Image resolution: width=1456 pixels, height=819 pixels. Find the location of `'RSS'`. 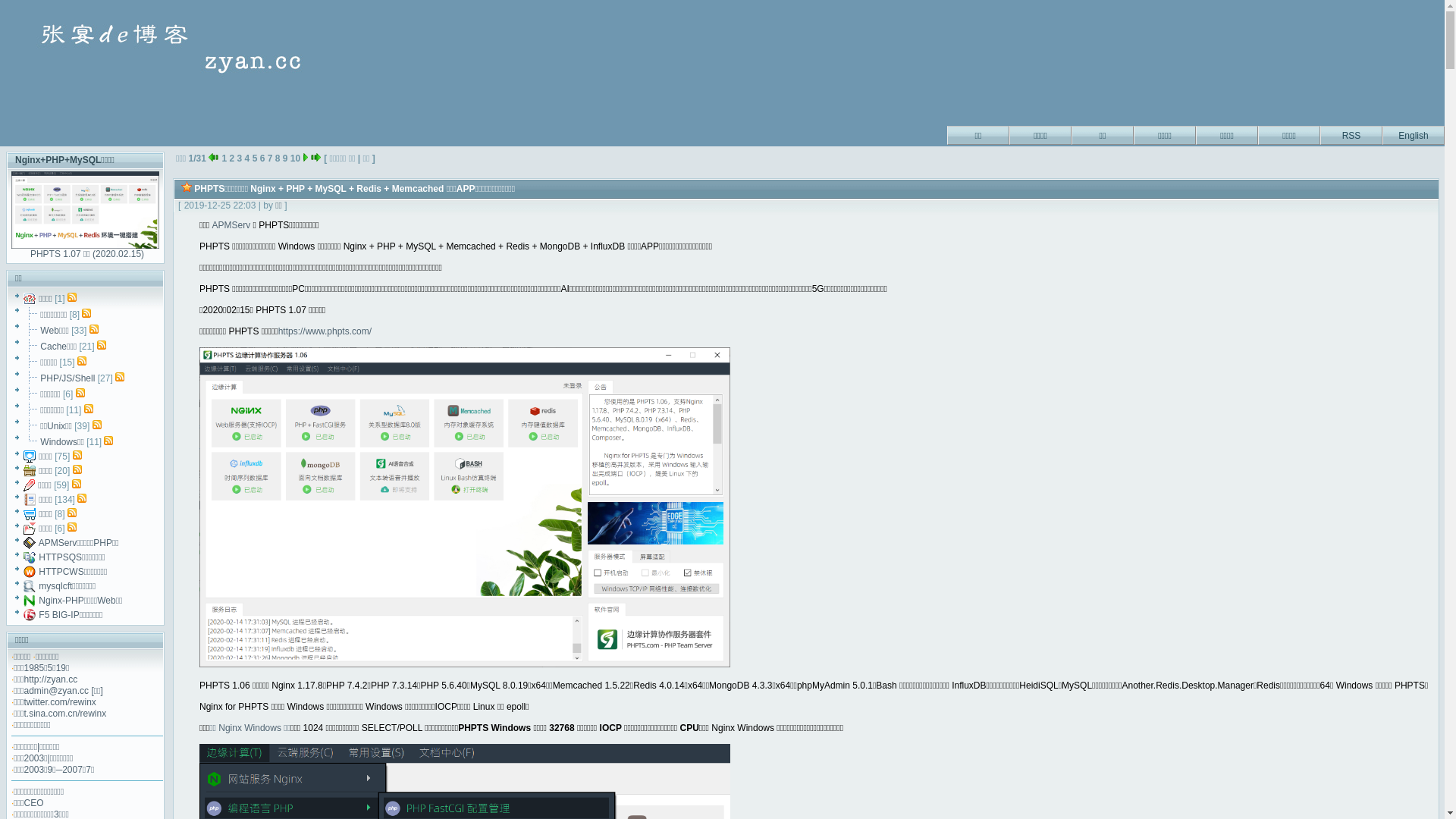

'RSS' is located at coordinates (1351, 133).